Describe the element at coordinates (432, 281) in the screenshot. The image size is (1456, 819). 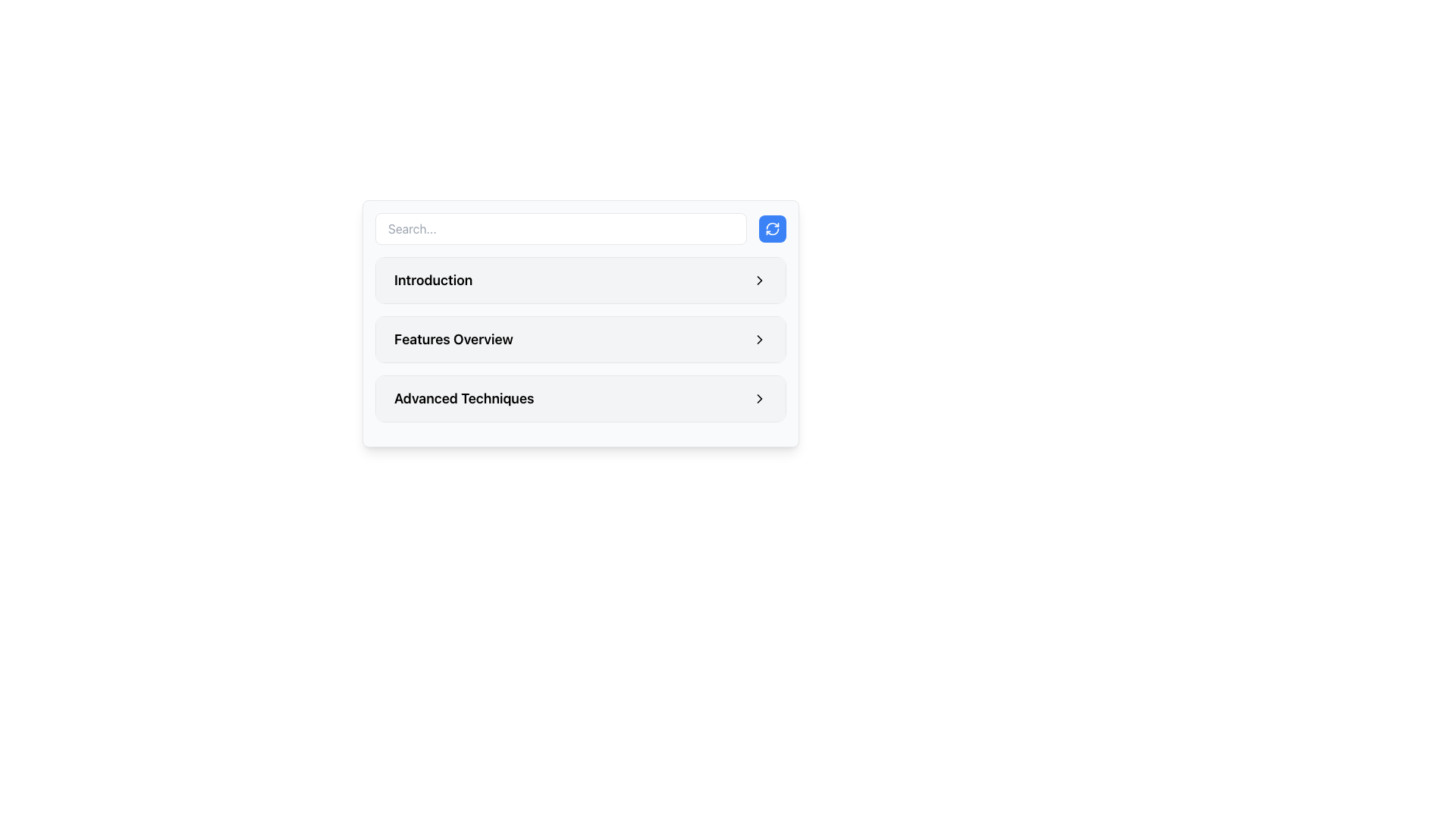
I see `the 'Introduction' text label, which serves as a heading in the first row under the search box, aligned to the left` at that location.